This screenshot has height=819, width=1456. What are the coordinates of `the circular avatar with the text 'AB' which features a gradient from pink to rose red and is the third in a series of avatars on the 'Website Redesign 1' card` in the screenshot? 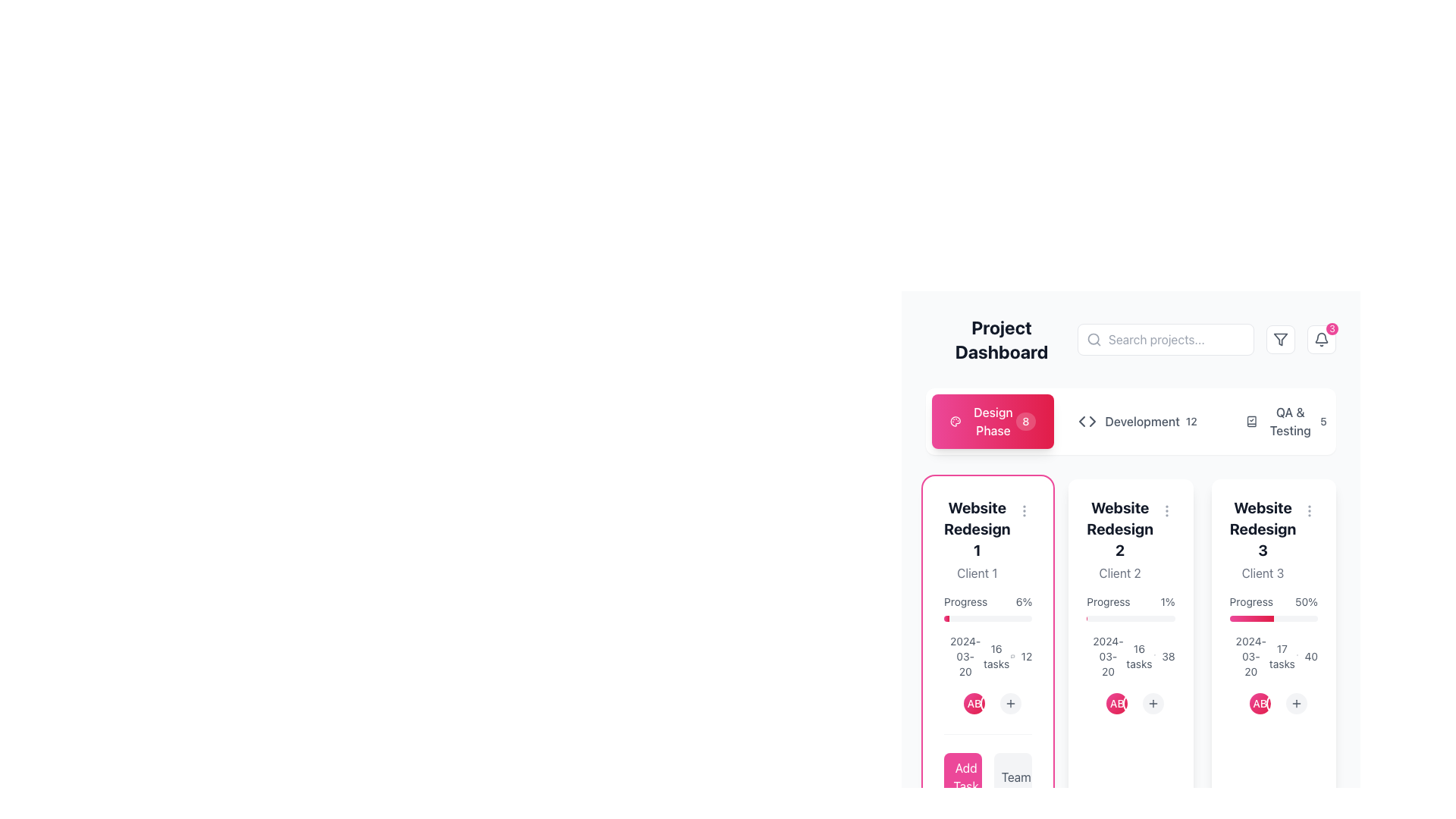 It's located at (993, 704).